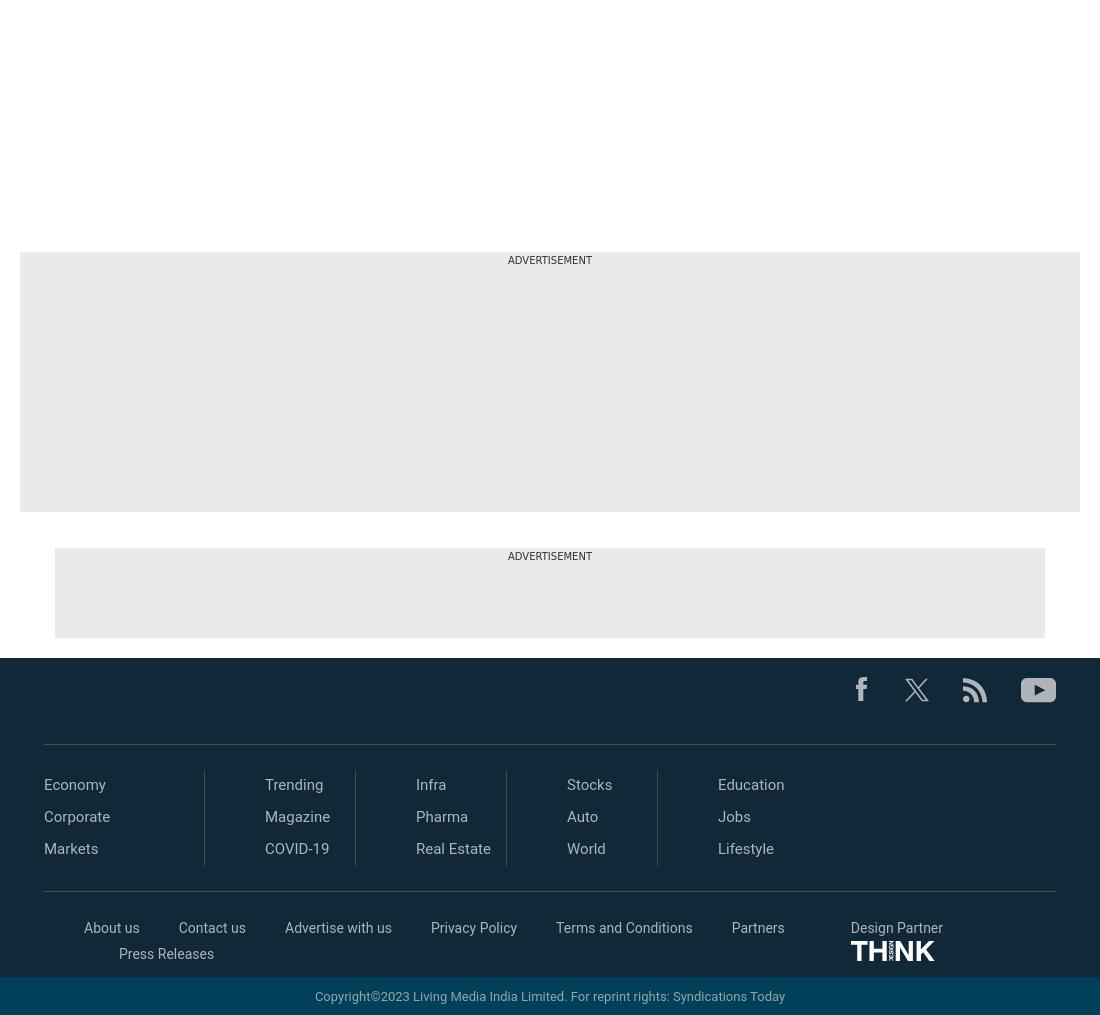 This screenshot has width=1100, height=1015. Describe the element at coordinates (549, 995) in the screenshot. I see `'Copyright©2023 Living Media India Limited. For reprint rights: Syndications Today'` at that location.